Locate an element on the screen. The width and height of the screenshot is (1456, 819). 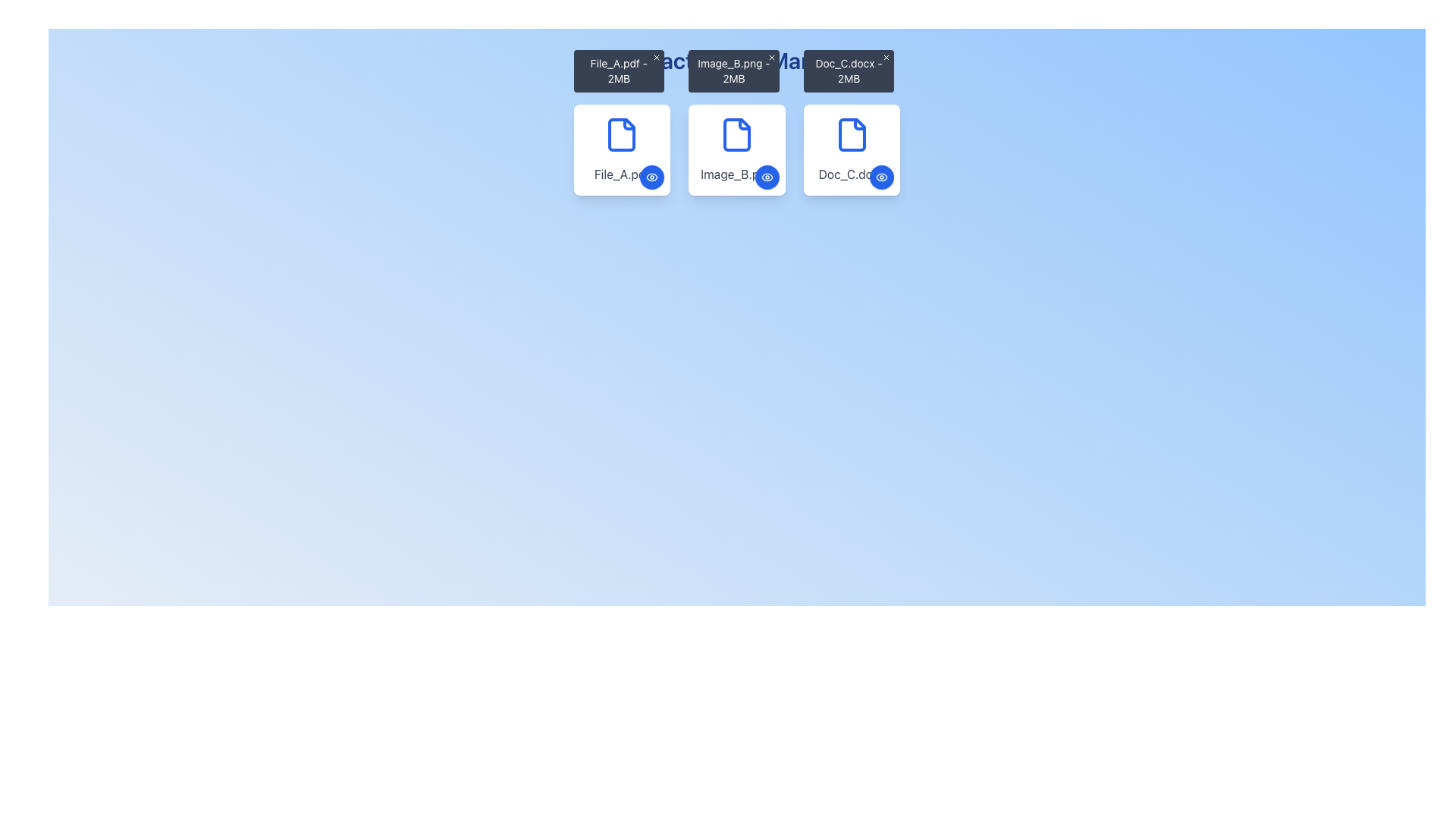
the descriptive label displaying 'Image_B.png' in gray color, which is located in the second file card from the left, below the file's title and icon is located at coordinates (736, 174).